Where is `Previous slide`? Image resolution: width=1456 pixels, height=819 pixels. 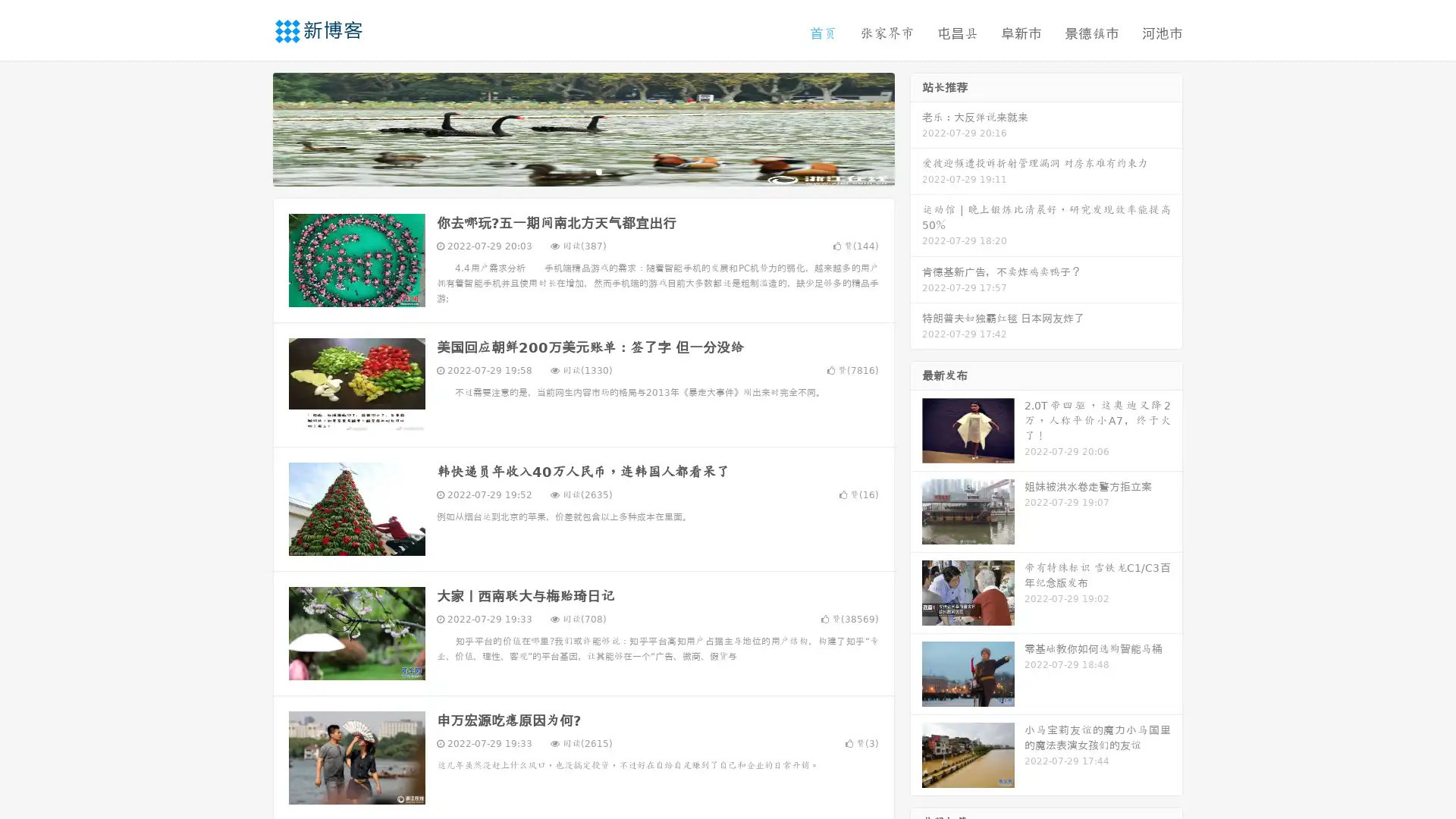
Previous slide is located at coordinates (250, 127).